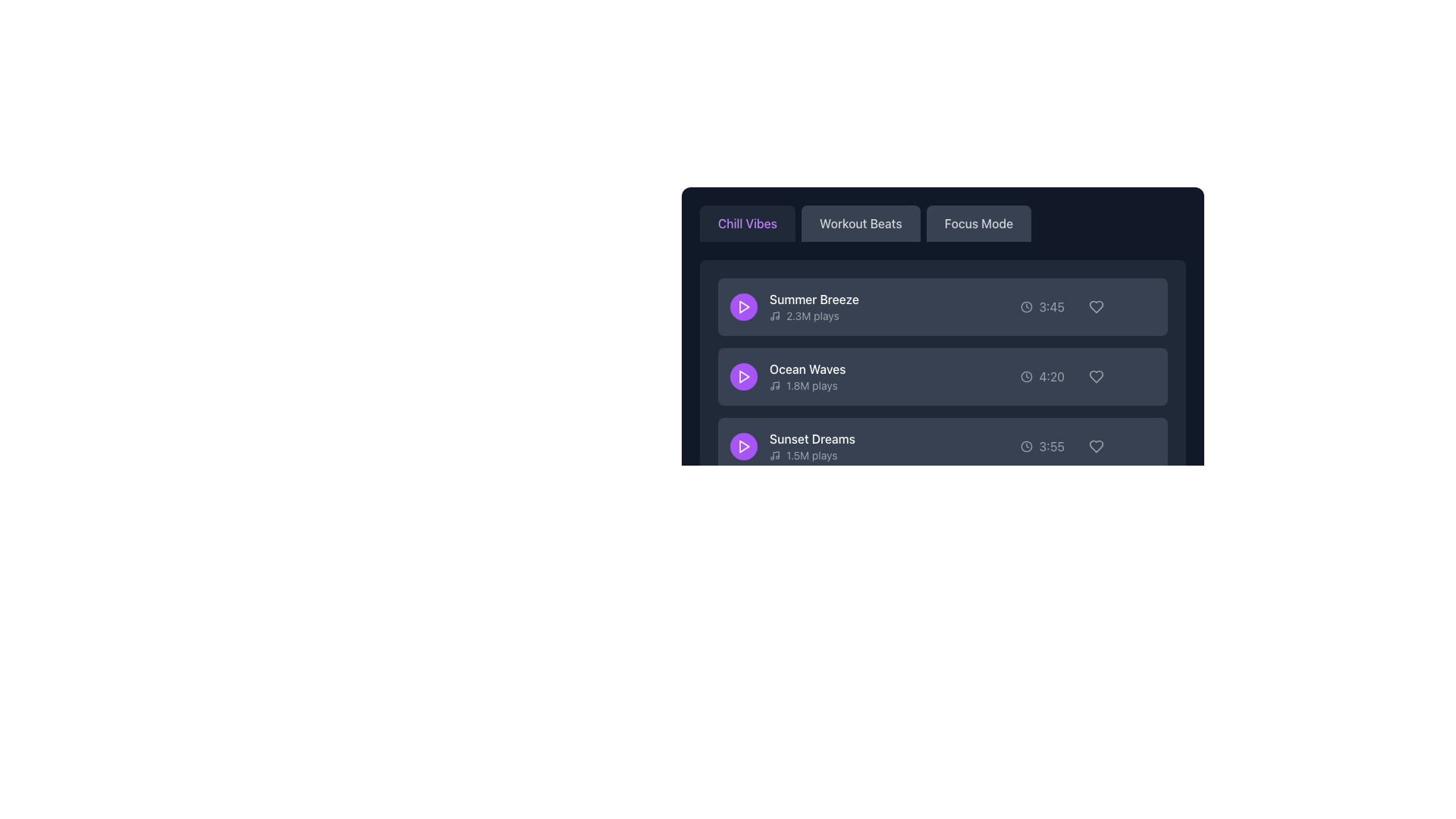 The image size is (1456, 819). What do you see at coordinates (1027, 376) in the screenshot?
I see `the circular clock icon located to the left of the time label '4:20', which is styled in light gray and indicates the duration of a playlist item` at bounding box center [1027, 376].